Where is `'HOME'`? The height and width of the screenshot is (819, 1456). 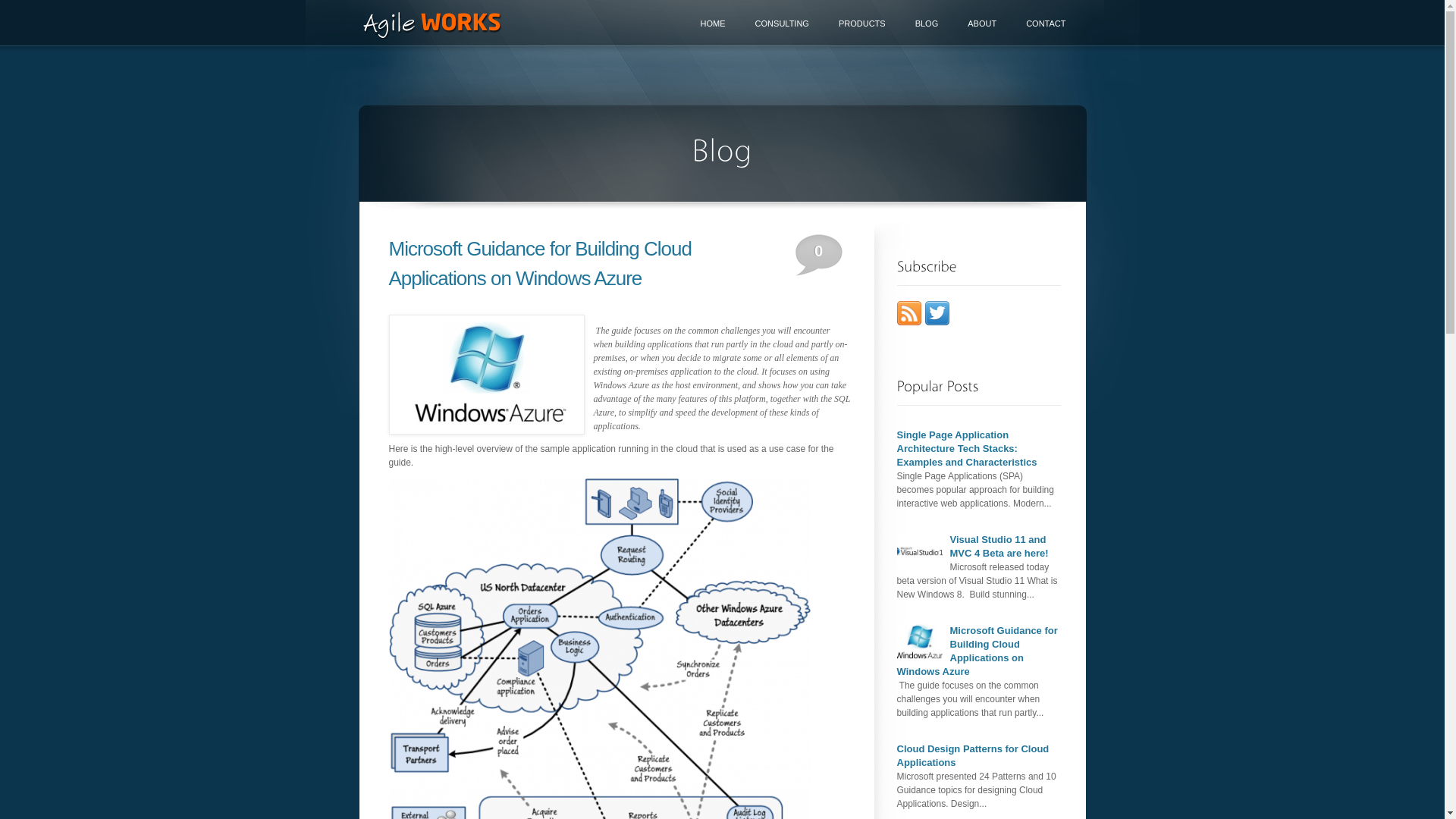 'HOME' is located at coordinates (712, 24).